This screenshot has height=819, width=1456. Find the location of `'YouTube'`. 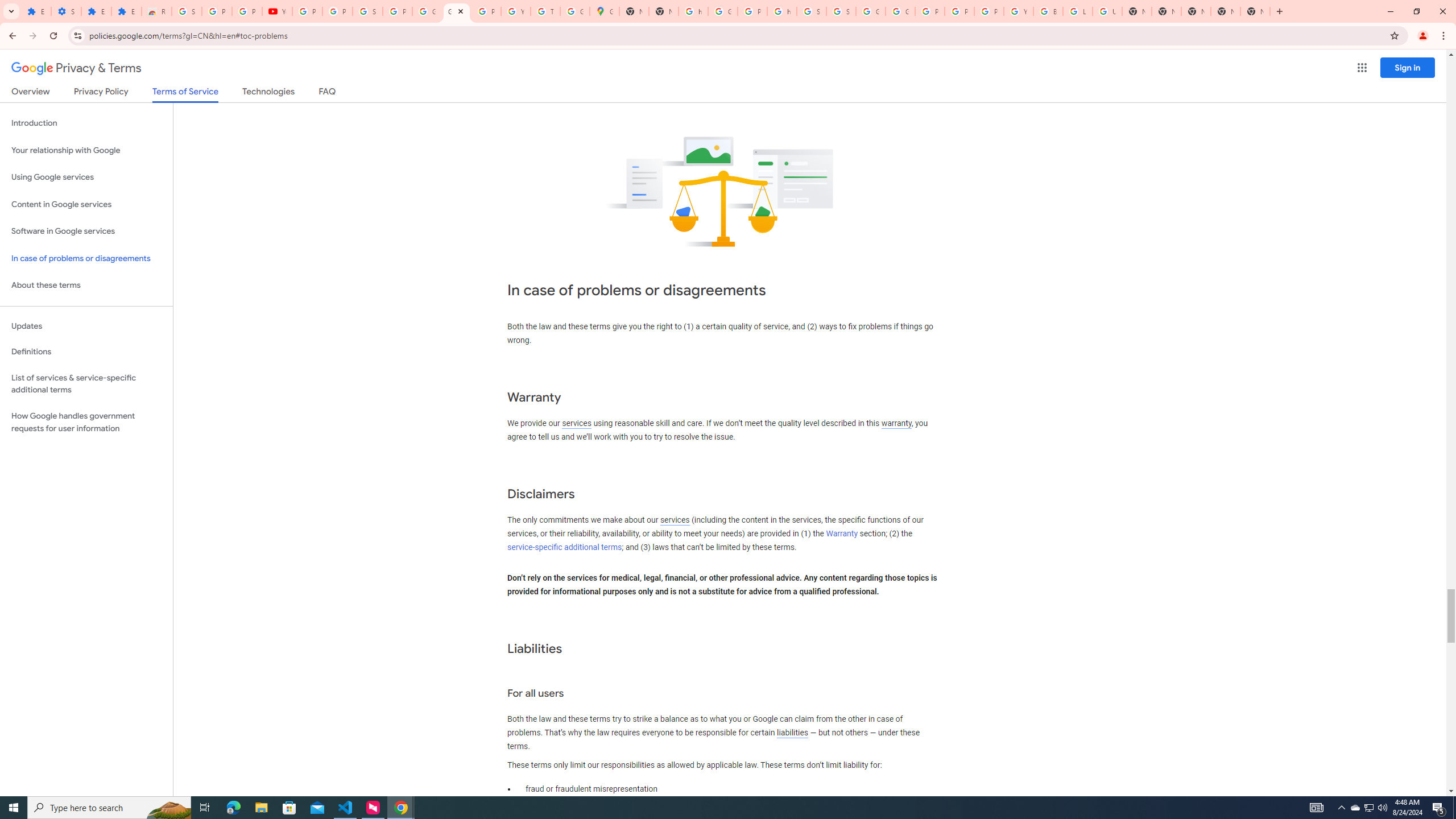

'YouTube' is located at coordinates (276, 11).